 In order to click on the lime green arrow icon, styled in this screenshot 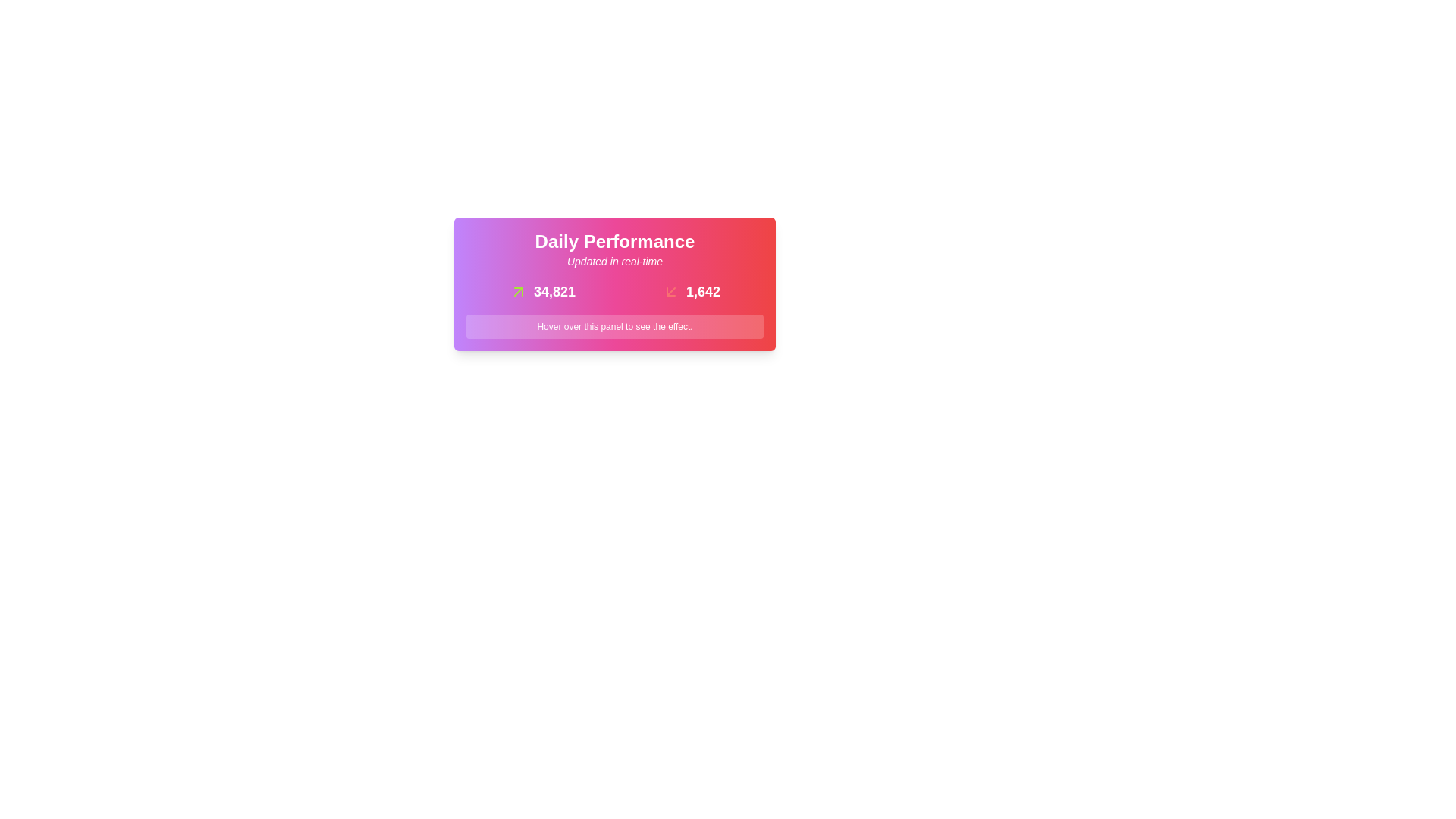, I will do `click(518, 292)`.